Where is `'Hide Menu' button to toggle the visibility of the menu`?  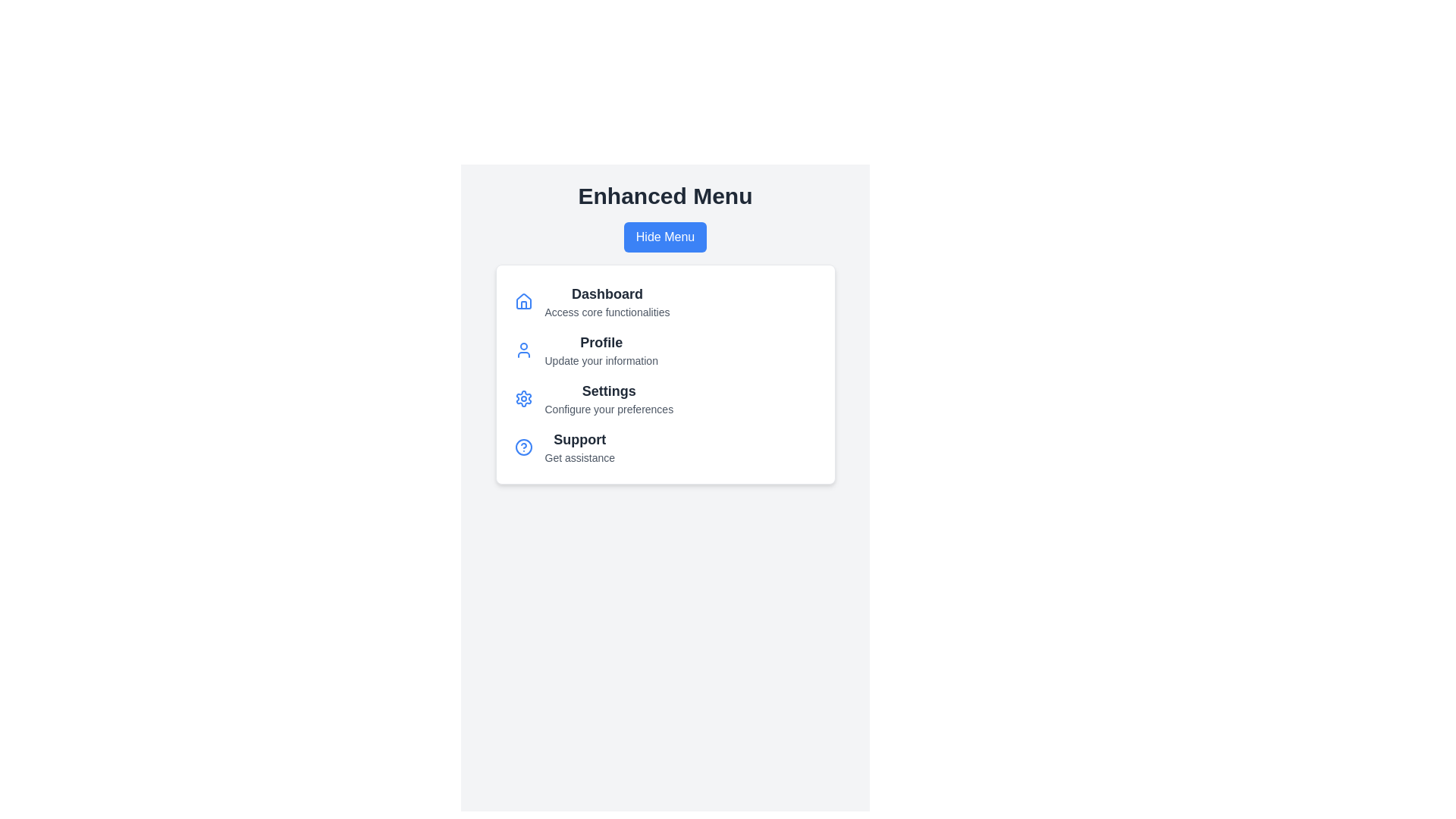 'Hide Menu' button to toggle the visibility of the menu is located at coordinates (665, 237).